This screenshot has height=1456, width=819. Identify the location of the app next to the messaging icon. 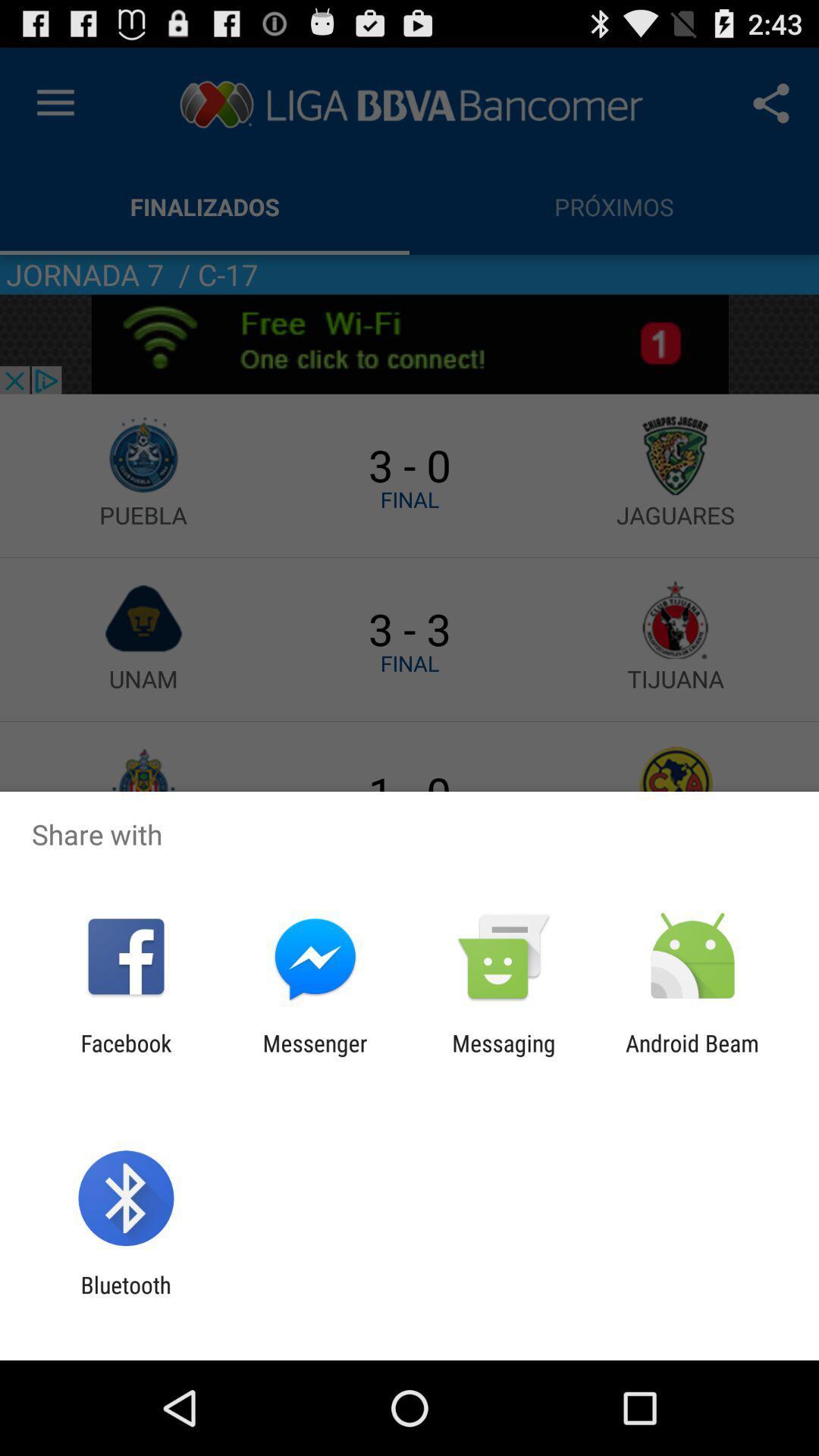
(692, 1056).